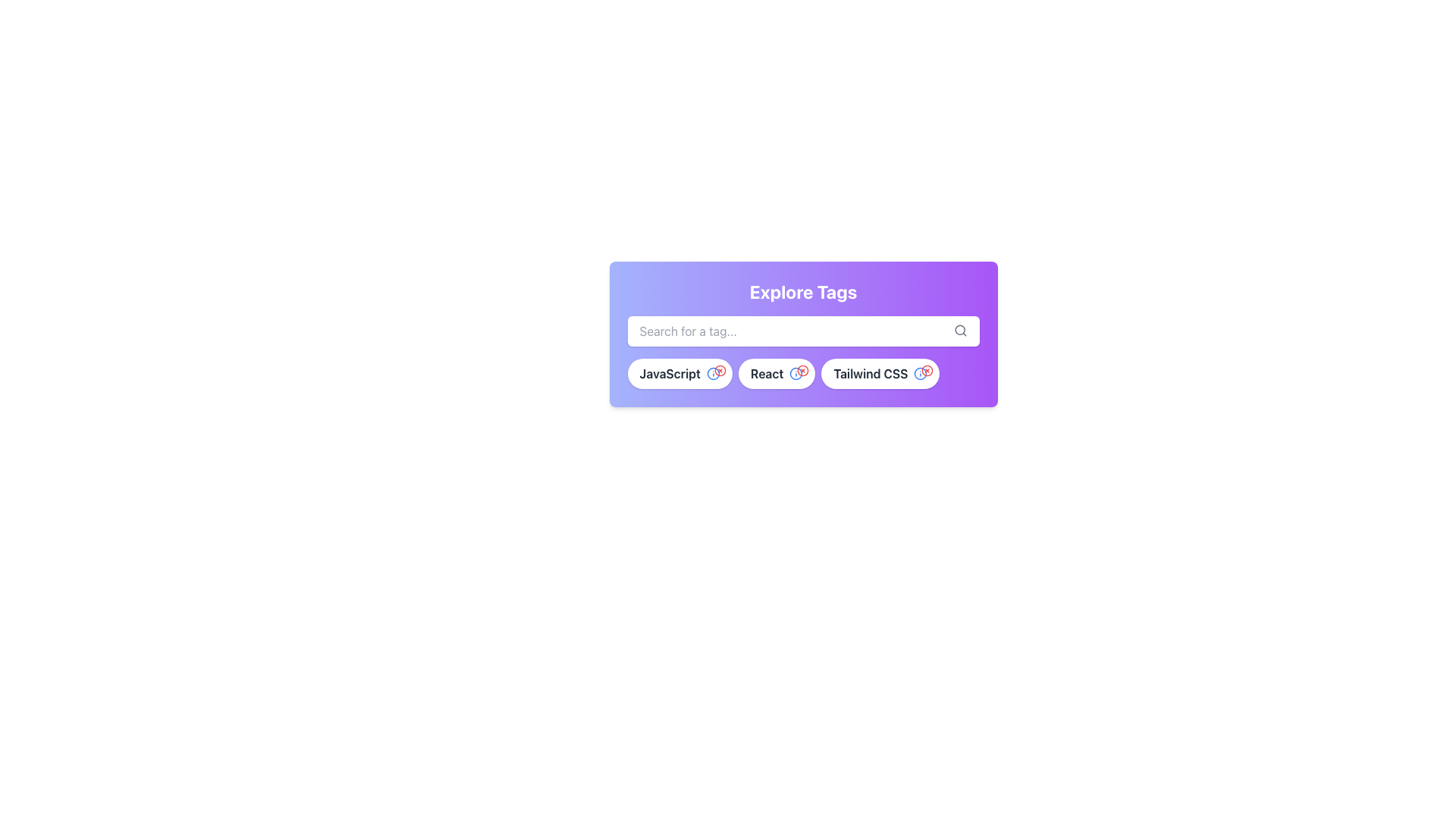 Image resolution: width=1456 pixels, height=819 pixels. I want to click on the small circular shape within the cancel icon associated with the 'Tailwind CSS' tag located on the right side of the tag, so click(927, 371).